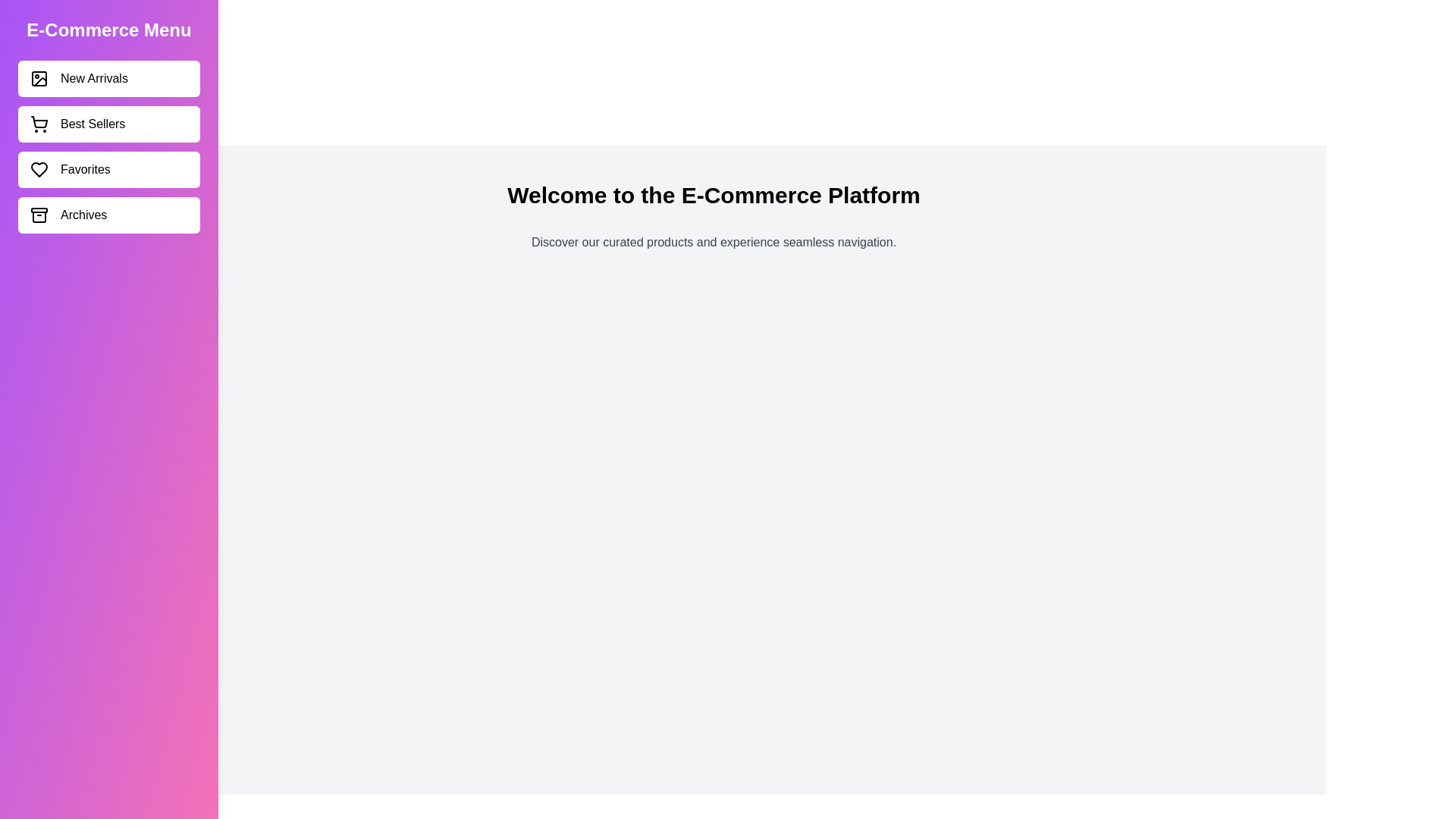 This screenshot has height=819, width=1456. Describe the element at coordinates (108, 79) in the screenshot. I see `the category New Arrivals in the sidebar` at that location.